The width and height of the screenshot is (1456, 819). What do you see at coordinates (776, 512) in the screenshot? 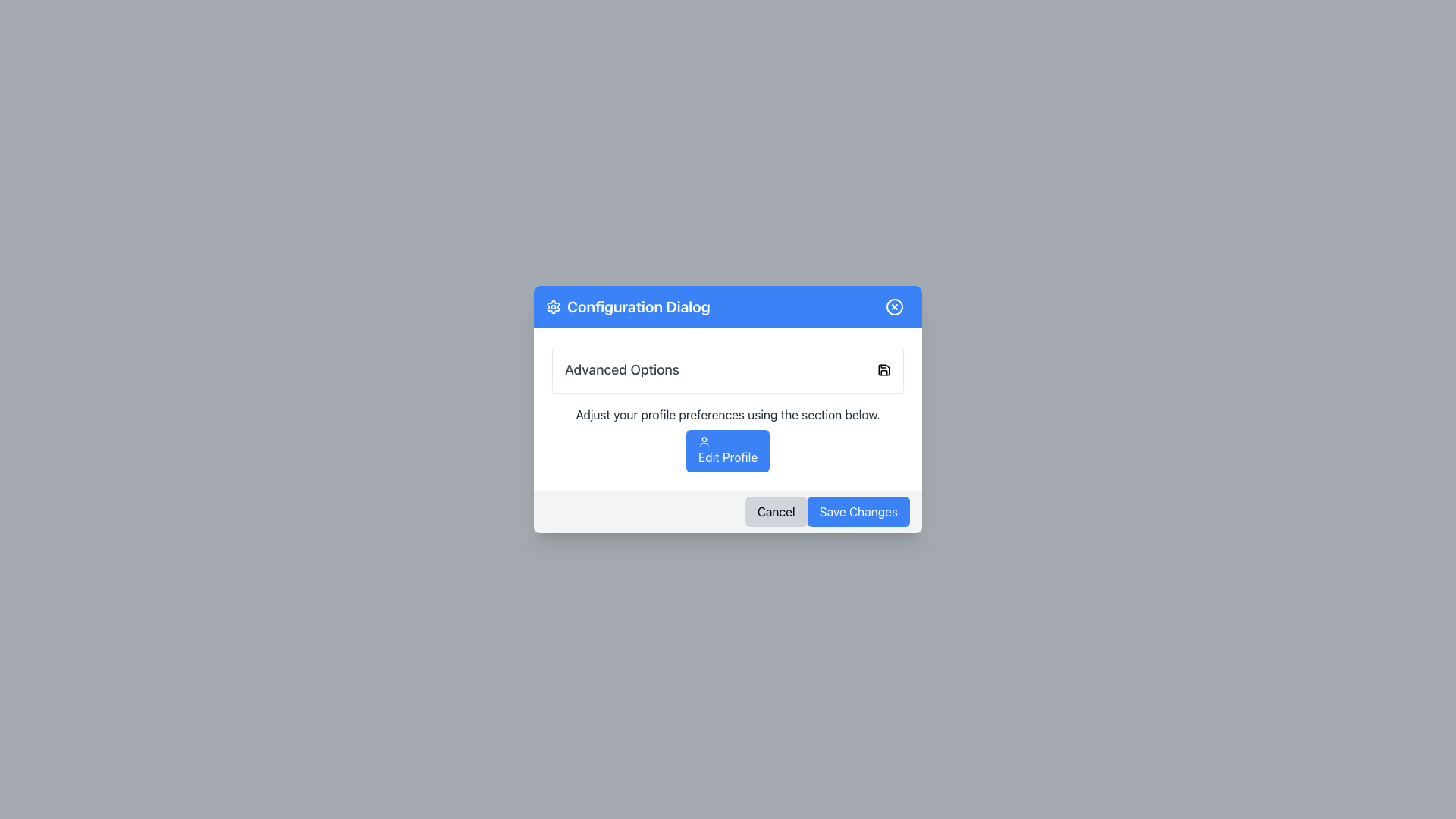
I see `the 'Cancel' button with a light gray background and rounded corners located at the bottom-right area of the modal window, next to the 'Save Changes' button` at bounding box center [776, 512].